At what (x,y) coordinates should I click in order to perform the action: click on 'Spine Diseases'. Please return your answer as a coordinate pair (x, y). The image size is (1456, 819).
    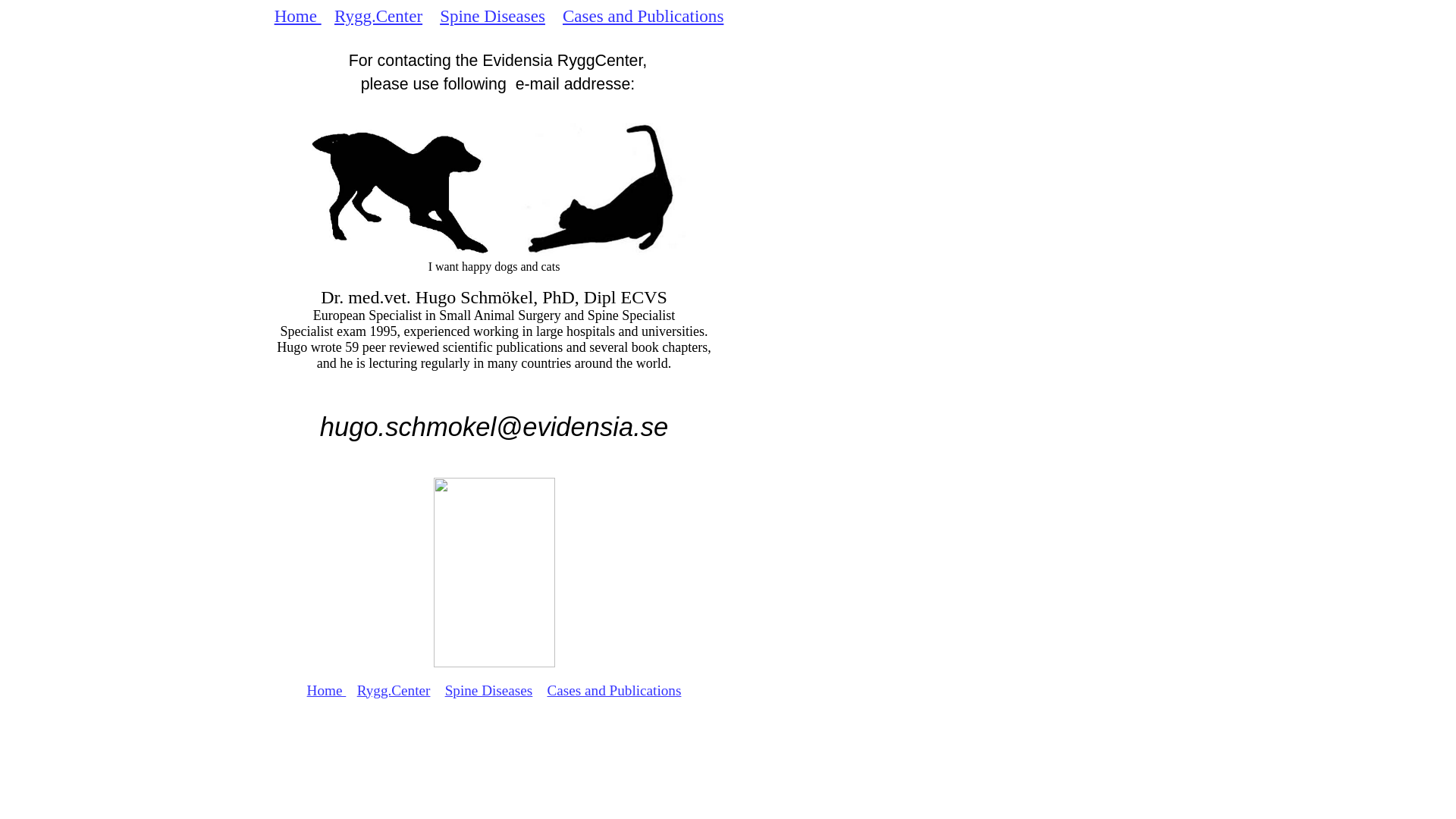
    Looking at the image, I should click on (488, 690).